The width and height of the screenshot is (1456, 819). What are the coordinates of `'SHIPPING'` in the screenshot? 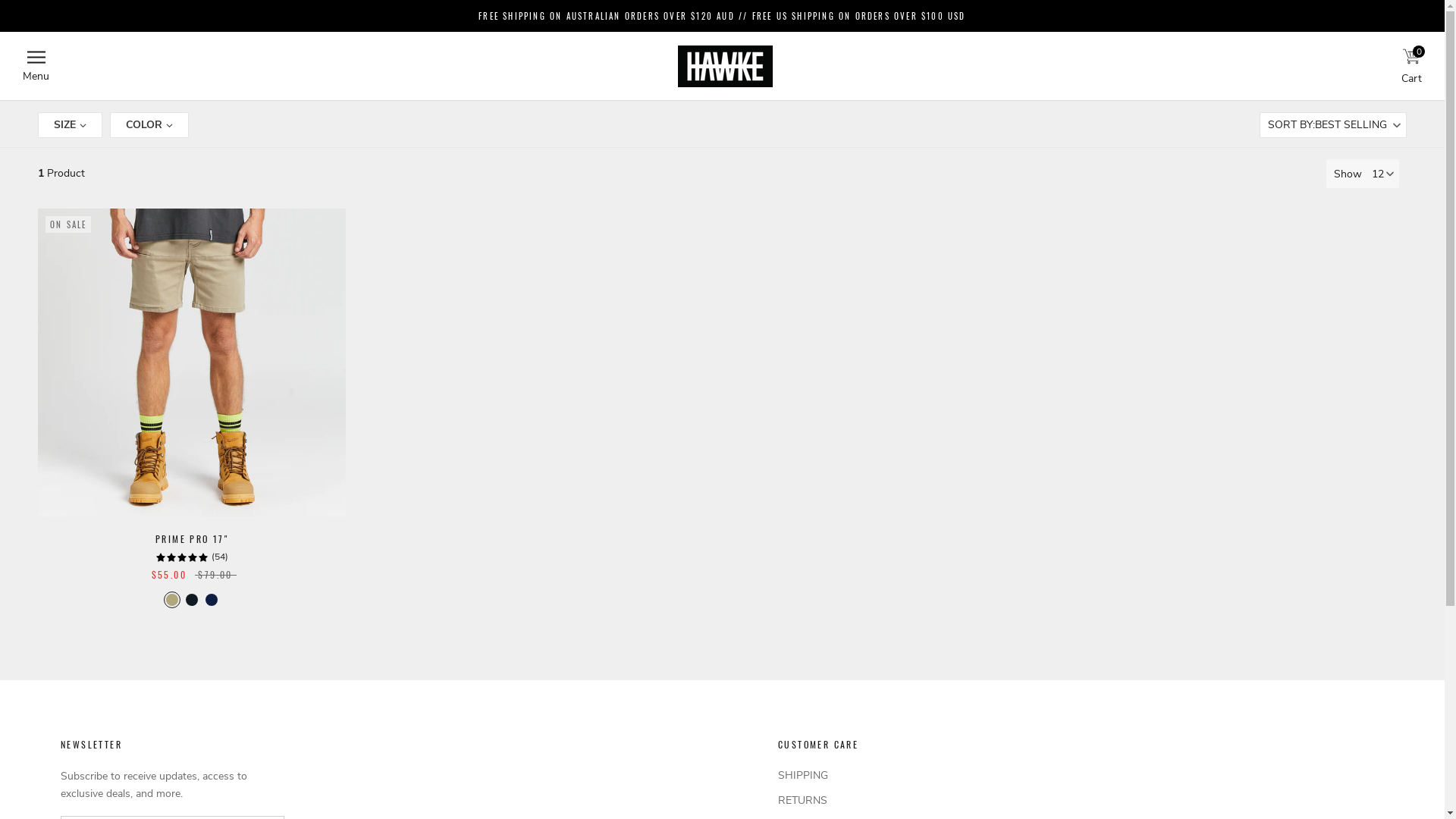 It's located at (833, 775).